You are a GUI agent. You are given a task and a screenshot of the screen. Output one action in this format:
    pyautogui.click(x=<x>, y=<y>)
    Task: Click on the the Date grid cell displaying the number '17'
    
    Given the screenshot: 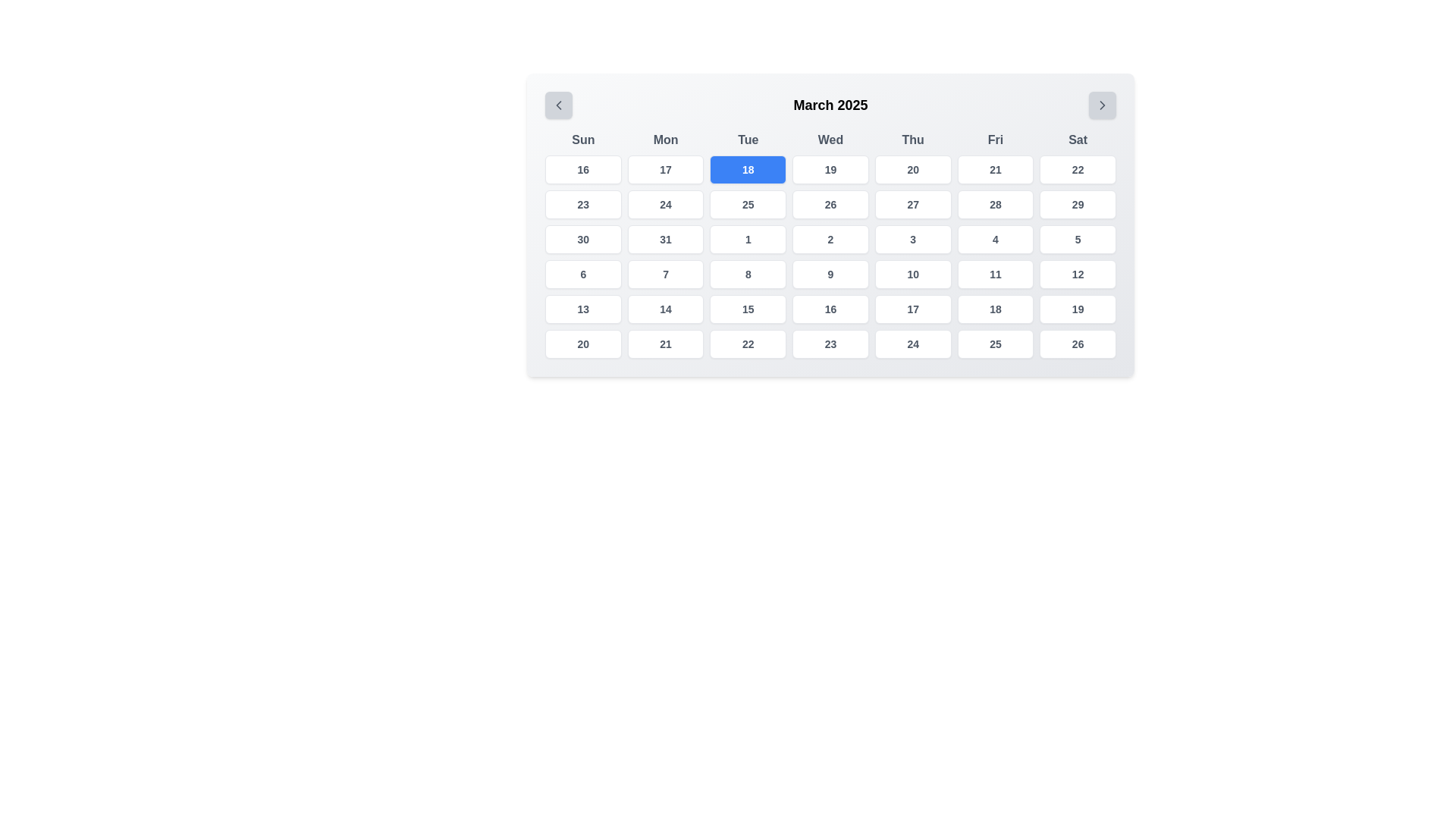 What is the action you would take?
    pyautogui.click(x=912, y=309)
    